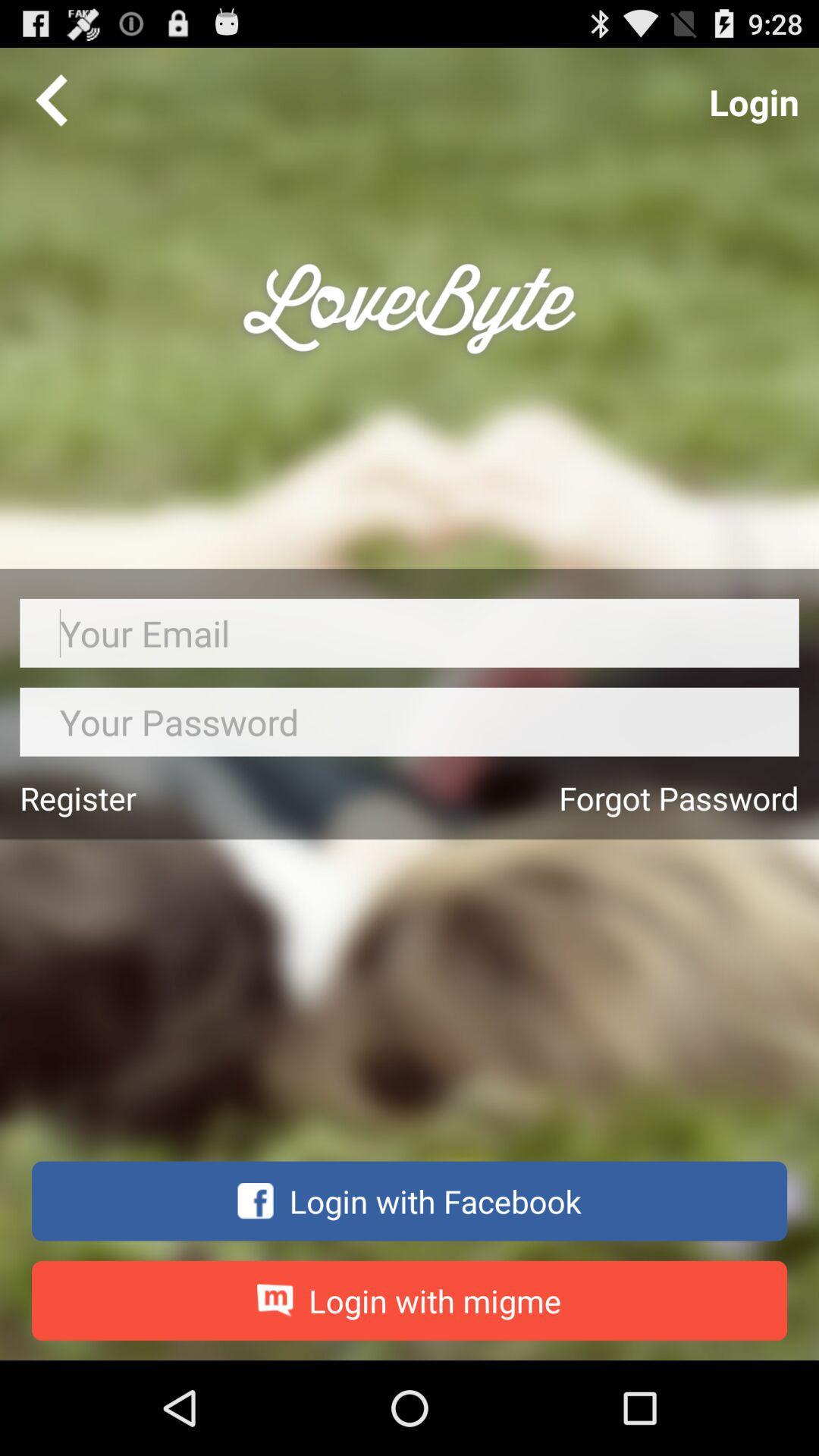 The height and width of the screenshot is (1456, 819). What do you see at coordinates (409, 633) in the screenshot?
I see `your email` at bounding box center [409, 633].